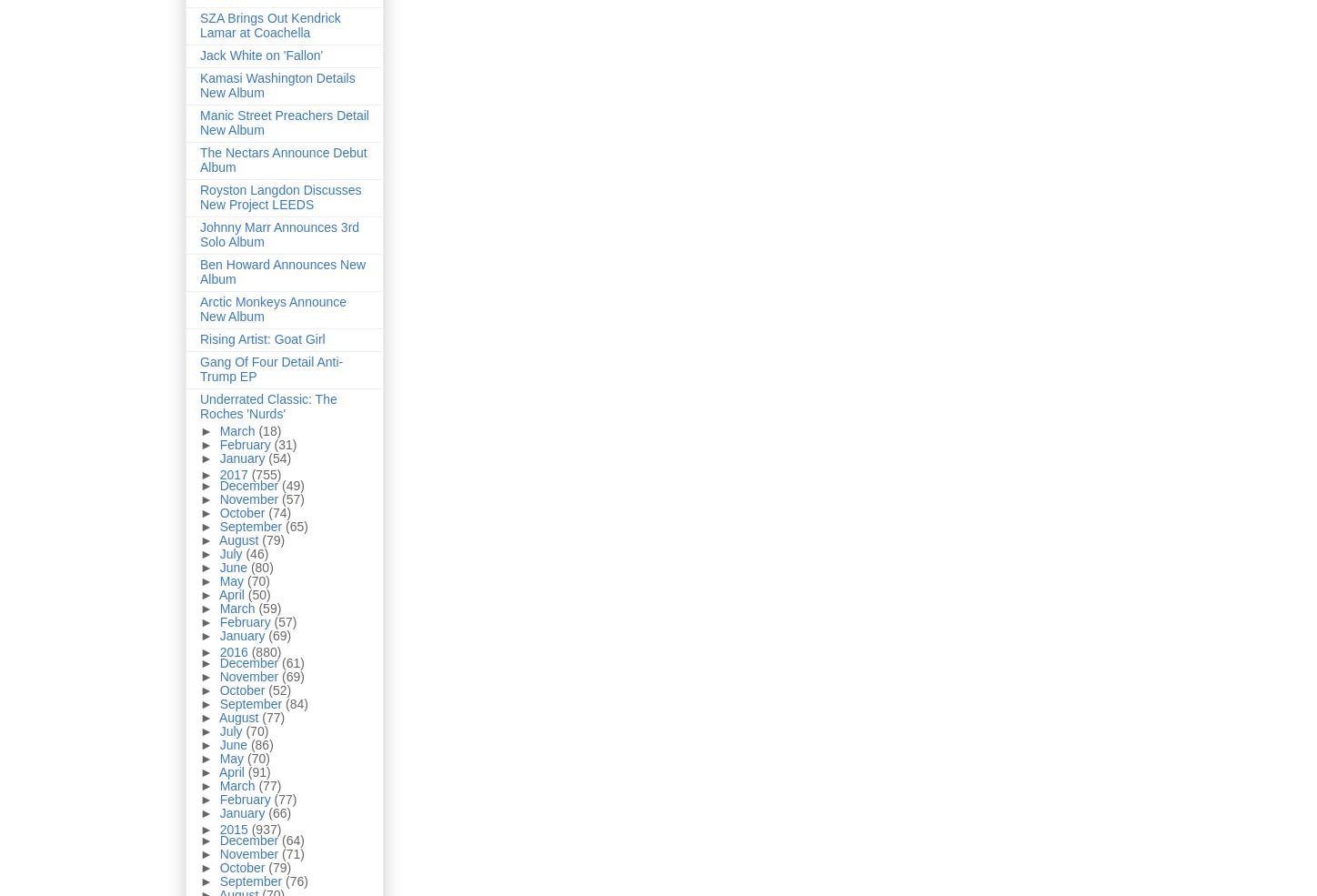 Image resolution: width=1317 pixels, height=896 pixels. I want to click on 'Rising Artist: Goat Girl', so click(261, 339).